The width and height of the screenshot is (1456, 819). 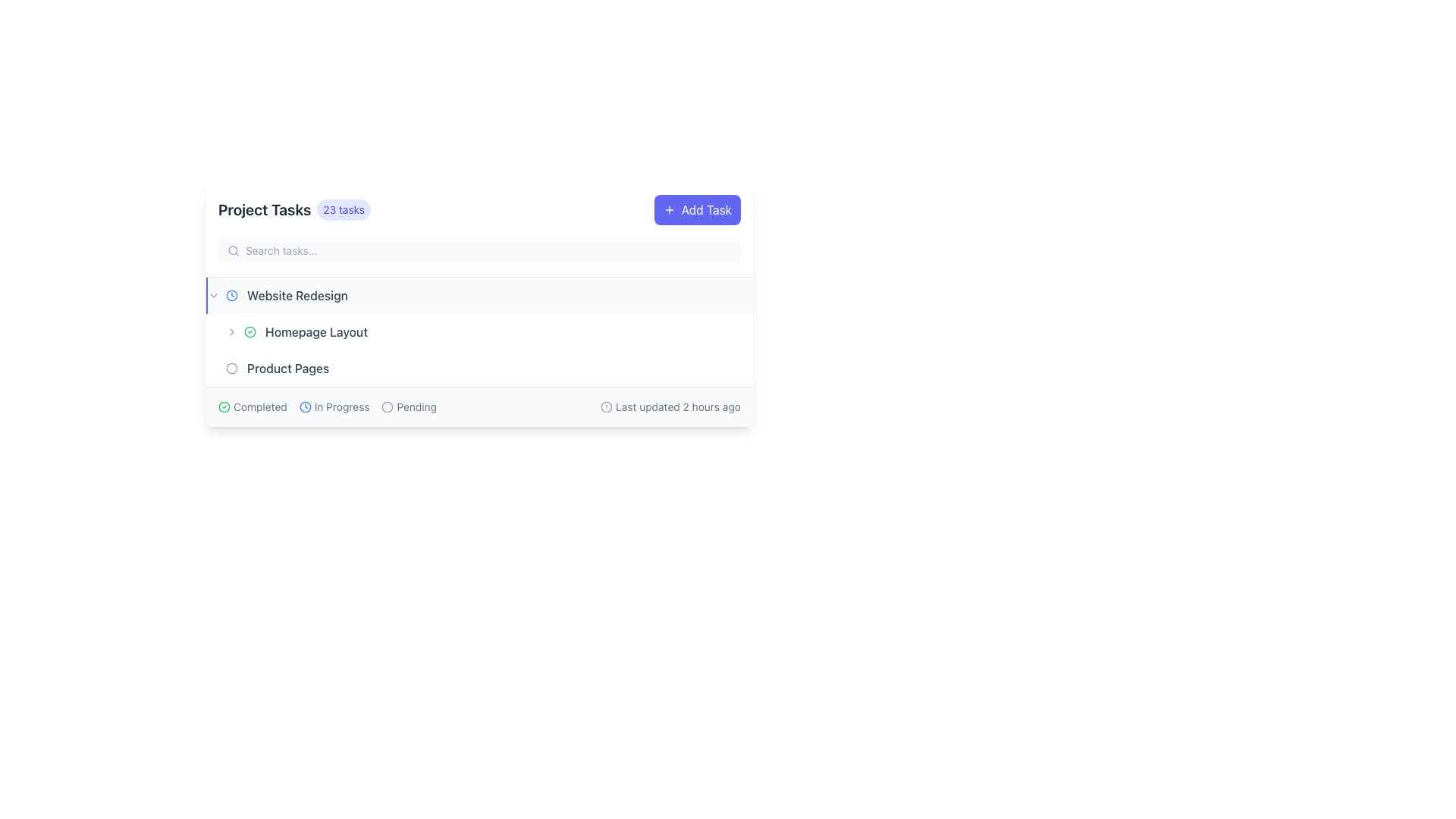 I want to click on the warning alert icon located in the 'Project Tasks' section, which is followed by the text 'Last updated 2 hours ago', so click(x=607, y=406).